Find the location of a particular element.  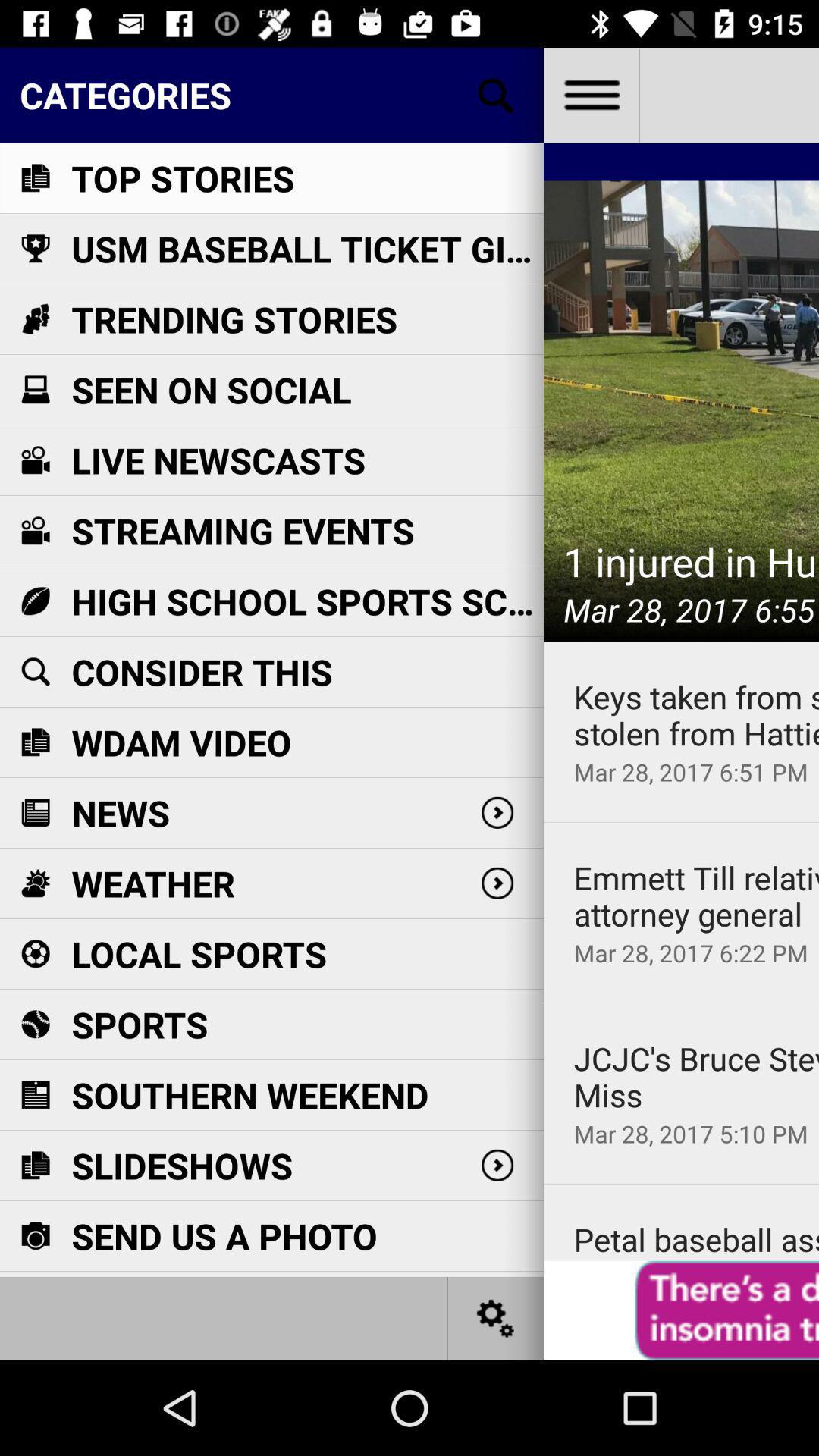

the menu icon is located at coordinates (590, 94).